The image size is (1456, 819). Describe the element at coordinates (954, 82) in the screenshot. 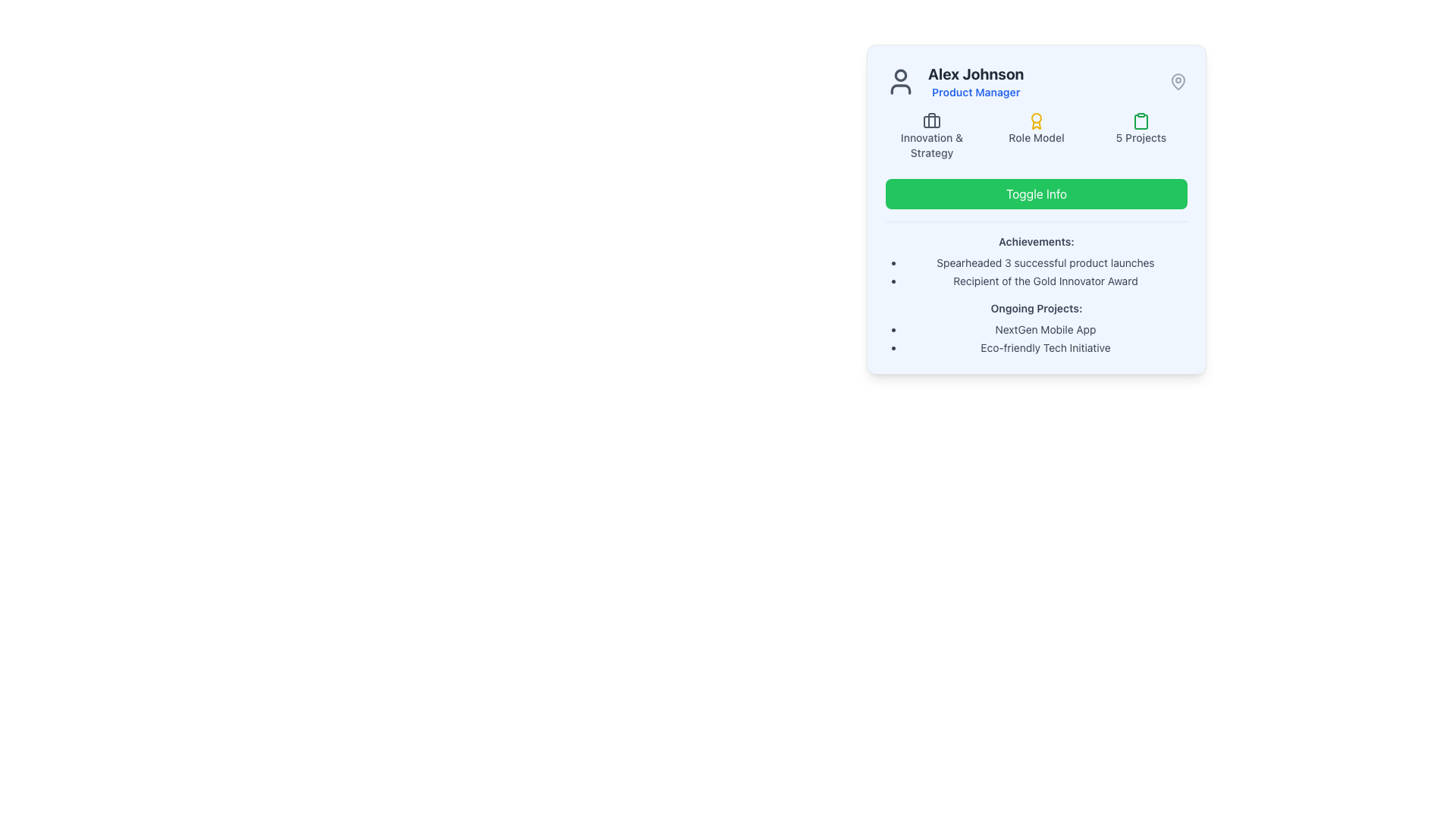

I see `the text block displaying 'Alex Johnson' and 'Product Manager', which is located in the upper-left corner of the user information card, next to the user icon` at that location.